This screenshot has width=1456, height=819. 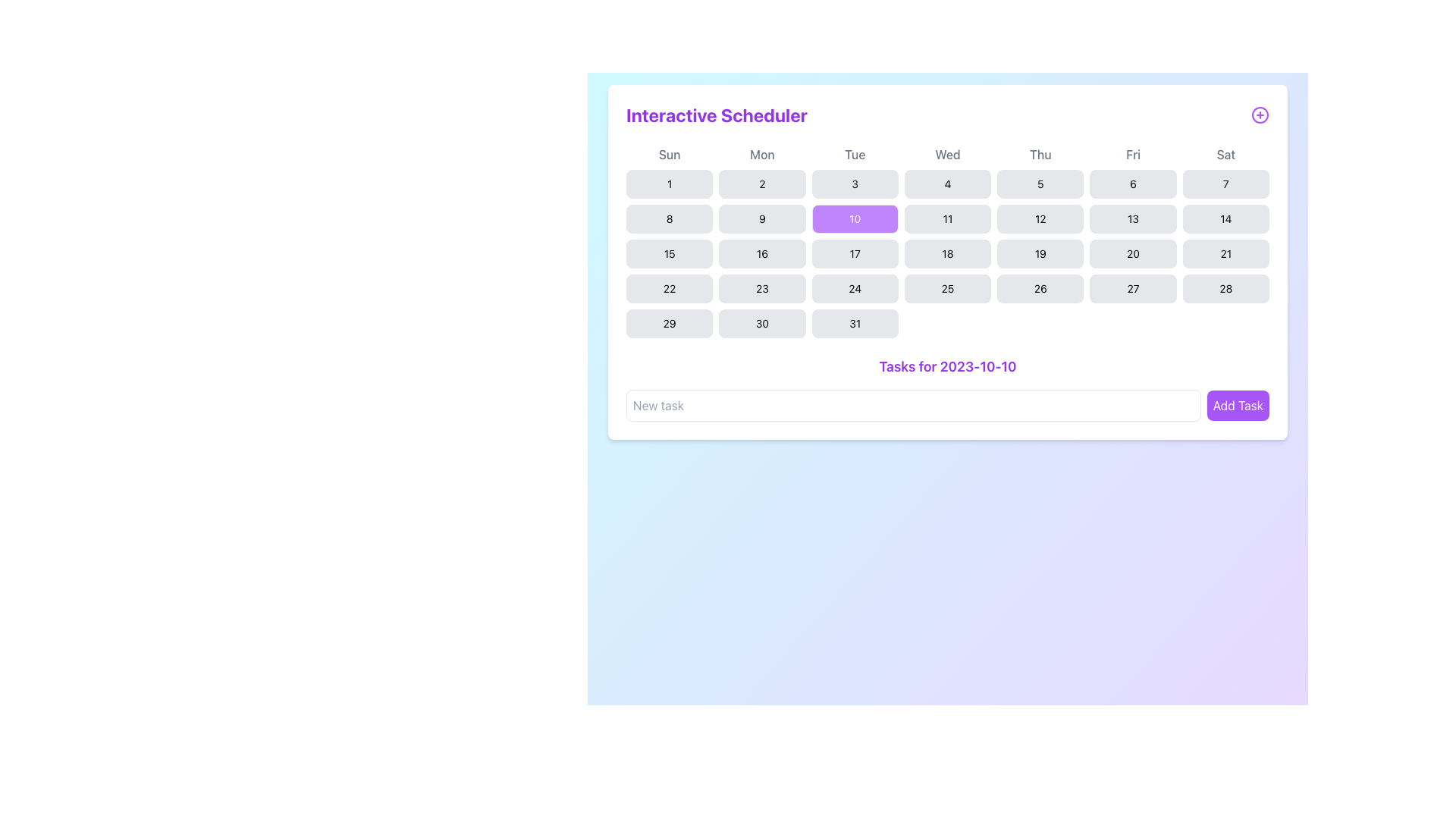 What do you see at coordinates (946, 262) in the screenshot?
I see `a date in the Interactive Scheduler calendar` at bounding box center [946, 262].